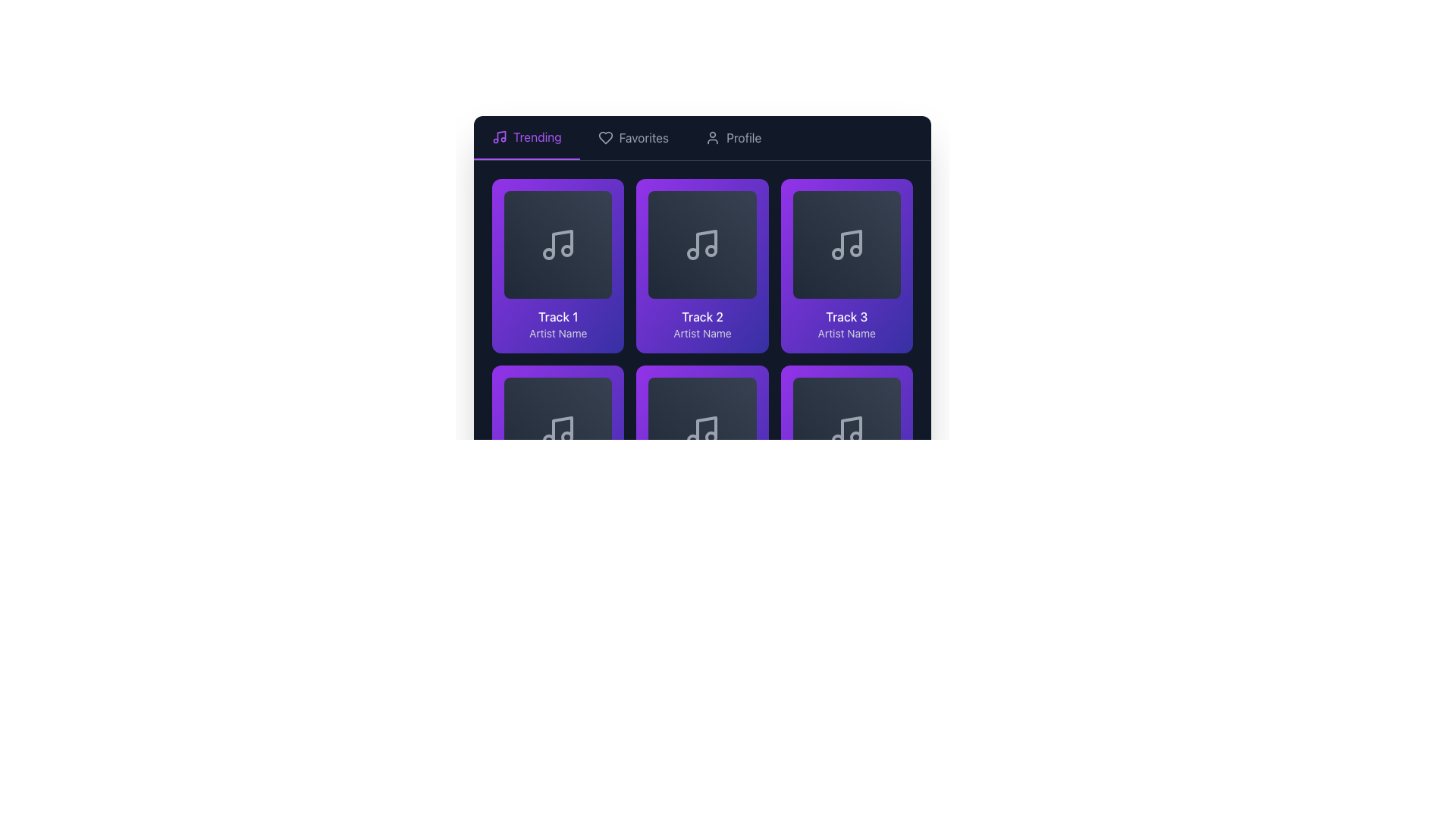 The width and height of the screenshot is (1456, 819). Describe the element at coordinates (846, 316) in the screenshot. I see `the Text Label displaying 'Track 3' which is styled in white font on a purple background, located in the third column of the grid layout at the top row of the music tracks section` at that location.